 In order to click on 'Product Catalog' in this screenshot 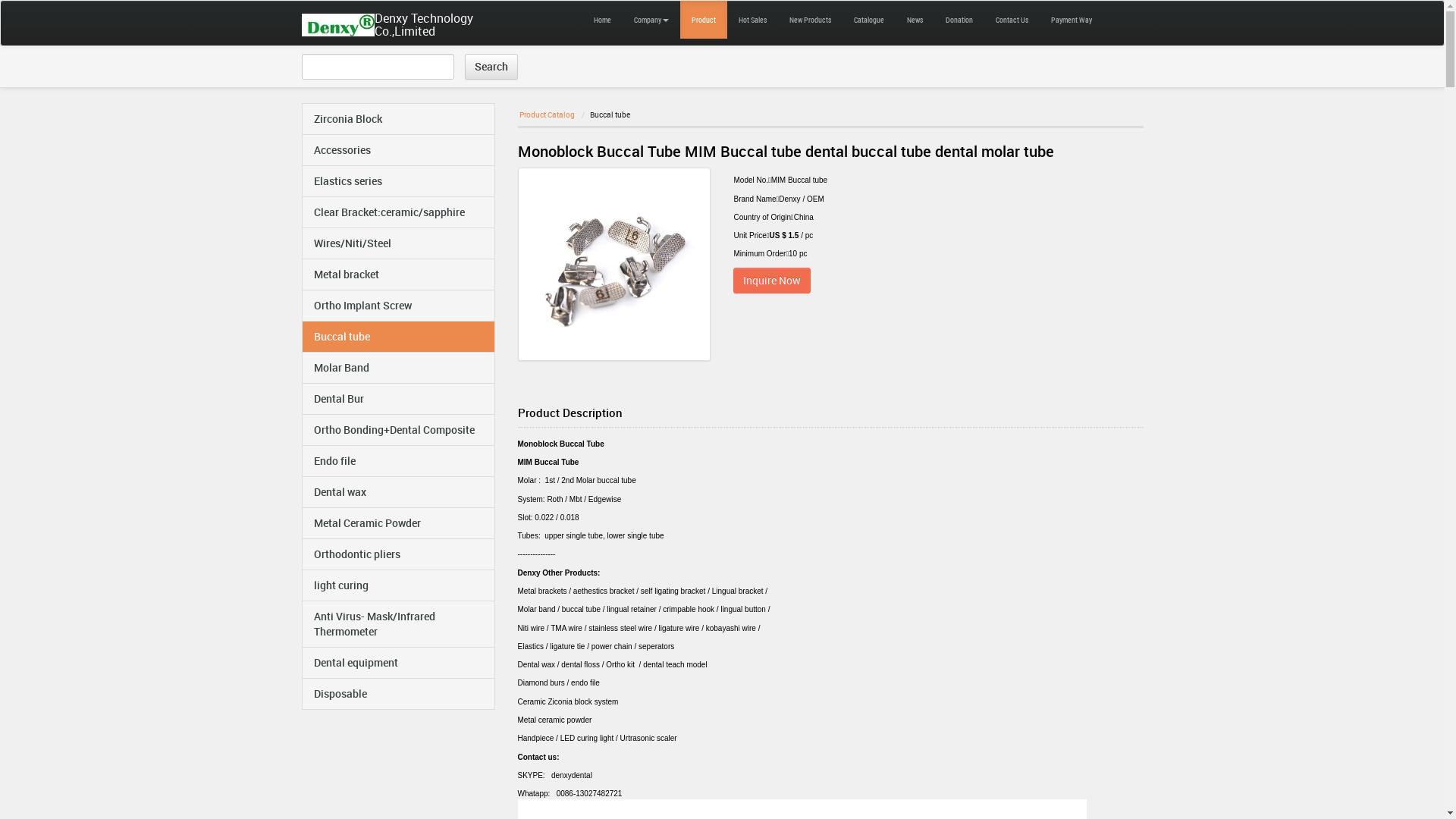, I will do `click(546, 113)`.